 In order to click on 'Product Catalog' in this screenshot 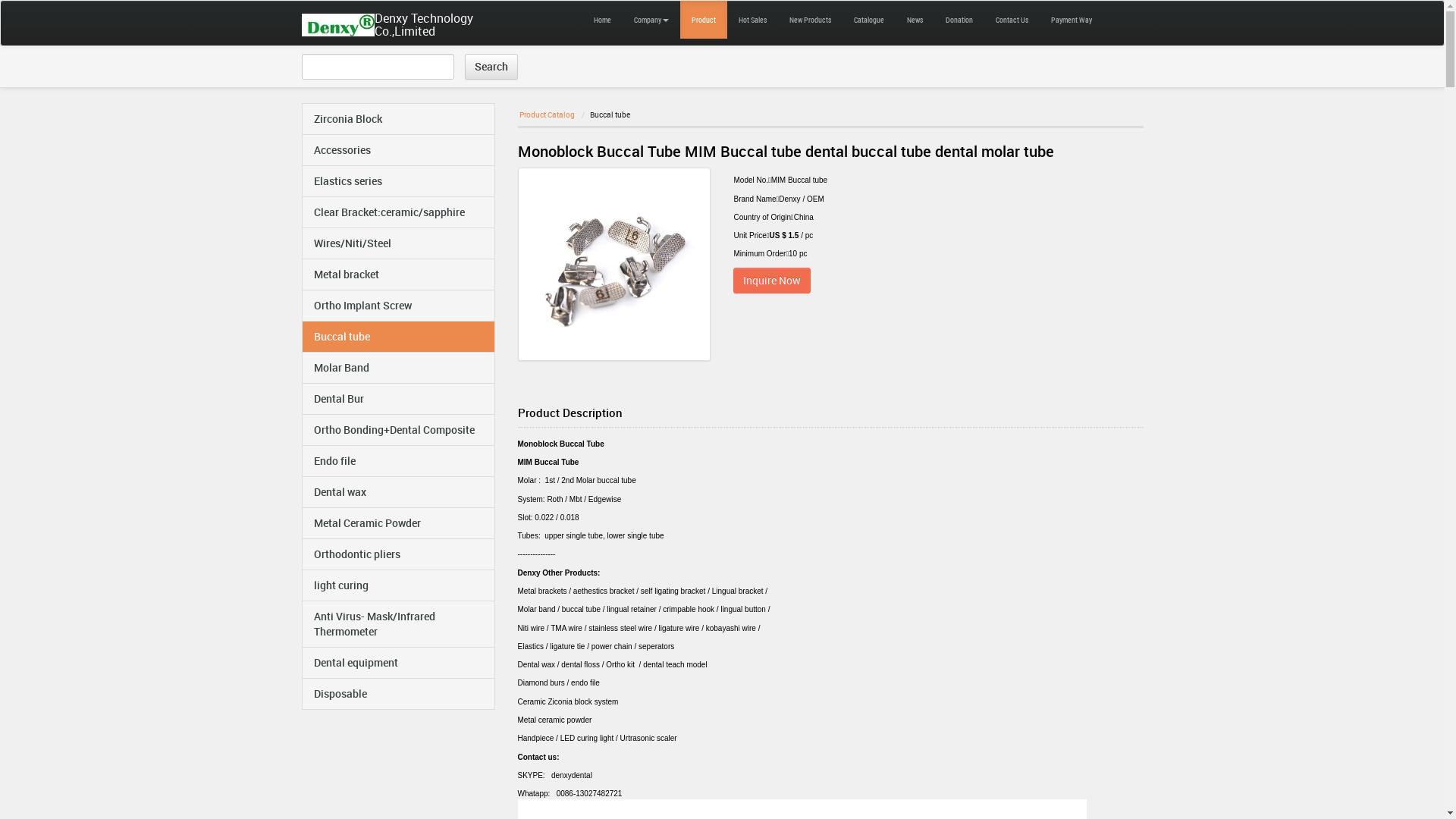, I will do `click(546, 113)`.